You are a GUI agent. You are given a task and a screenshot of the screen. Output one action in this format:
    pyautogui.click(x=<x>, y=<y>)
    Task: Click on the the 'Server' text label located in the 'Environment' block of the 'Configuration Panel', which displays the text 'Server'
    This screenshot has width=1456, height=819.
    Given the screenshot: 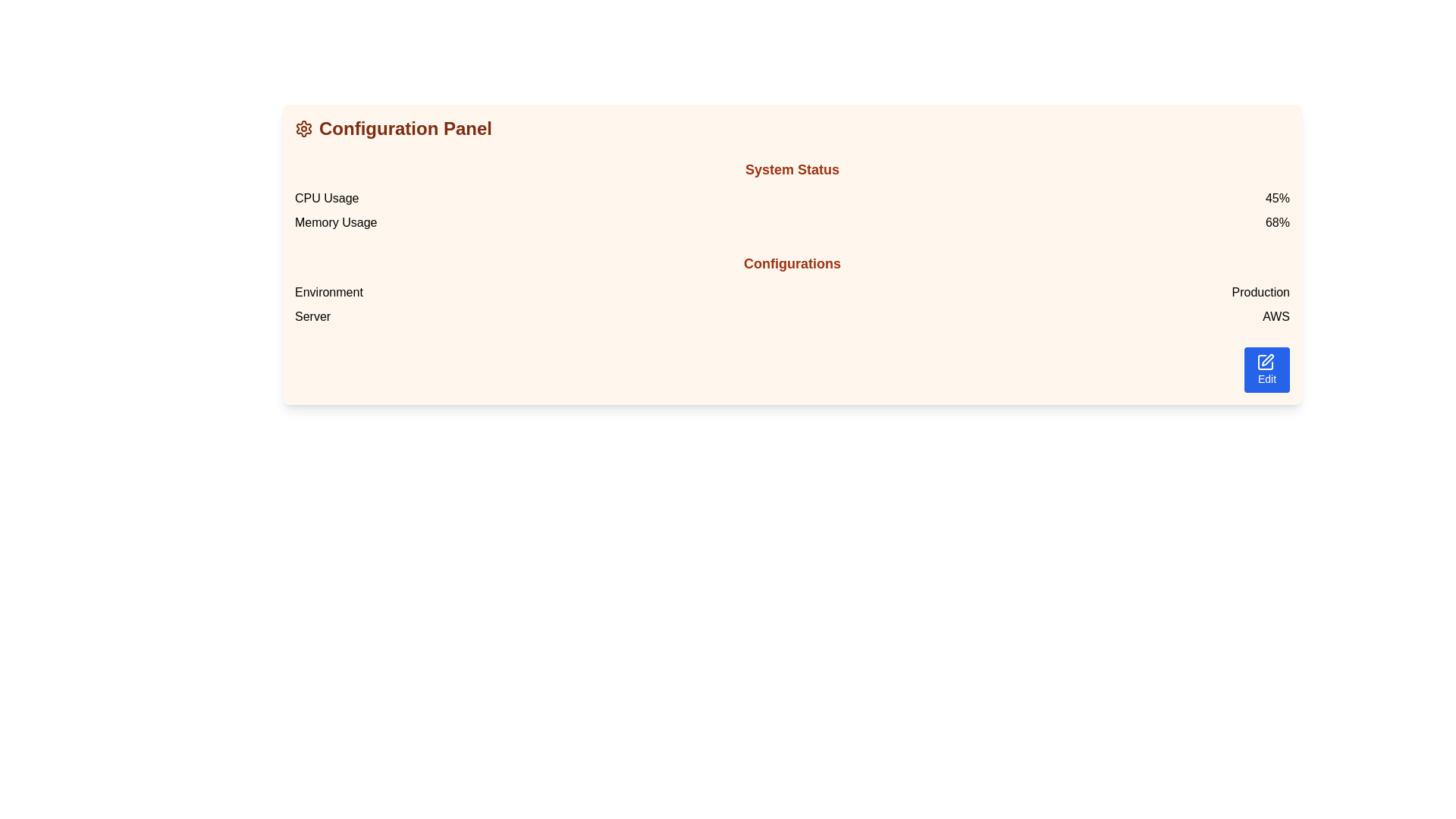 What is the action you would take?
    pyautogui.click(x=312, y=315)
    